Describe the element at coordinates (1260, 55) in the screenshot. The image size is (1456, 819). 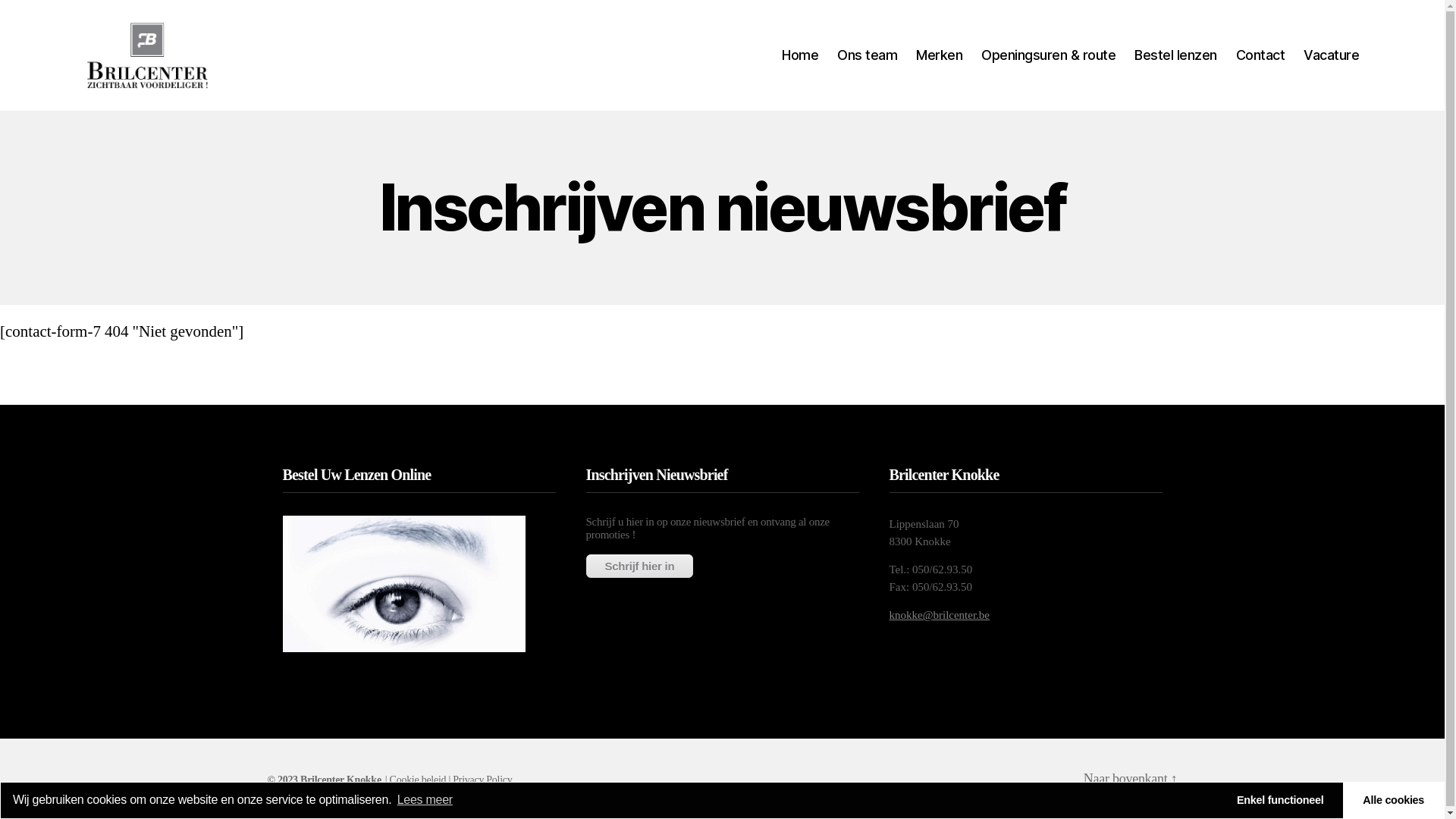
I see `'Contact'` at that location.